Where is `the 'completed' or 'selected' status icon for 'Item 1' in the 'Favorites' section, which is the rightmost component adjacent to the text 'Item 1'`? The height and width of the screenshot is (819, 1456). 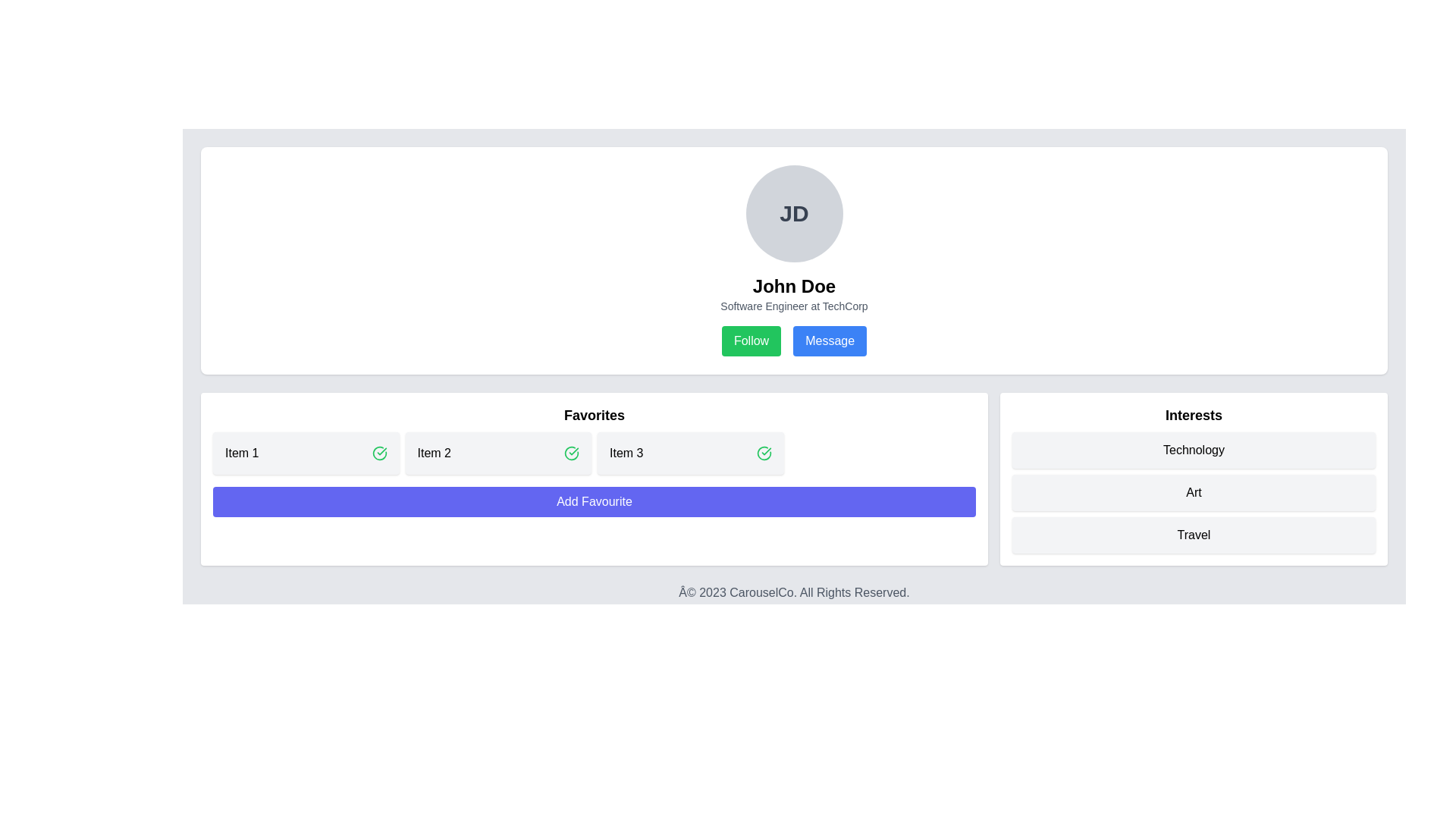
the 'completed' or 'selected' status icon for 'Item 1' in the 'Favorites' section, which is the rightmost component adjacent to the text 'Item 1' is located at coordinates (379, 452).